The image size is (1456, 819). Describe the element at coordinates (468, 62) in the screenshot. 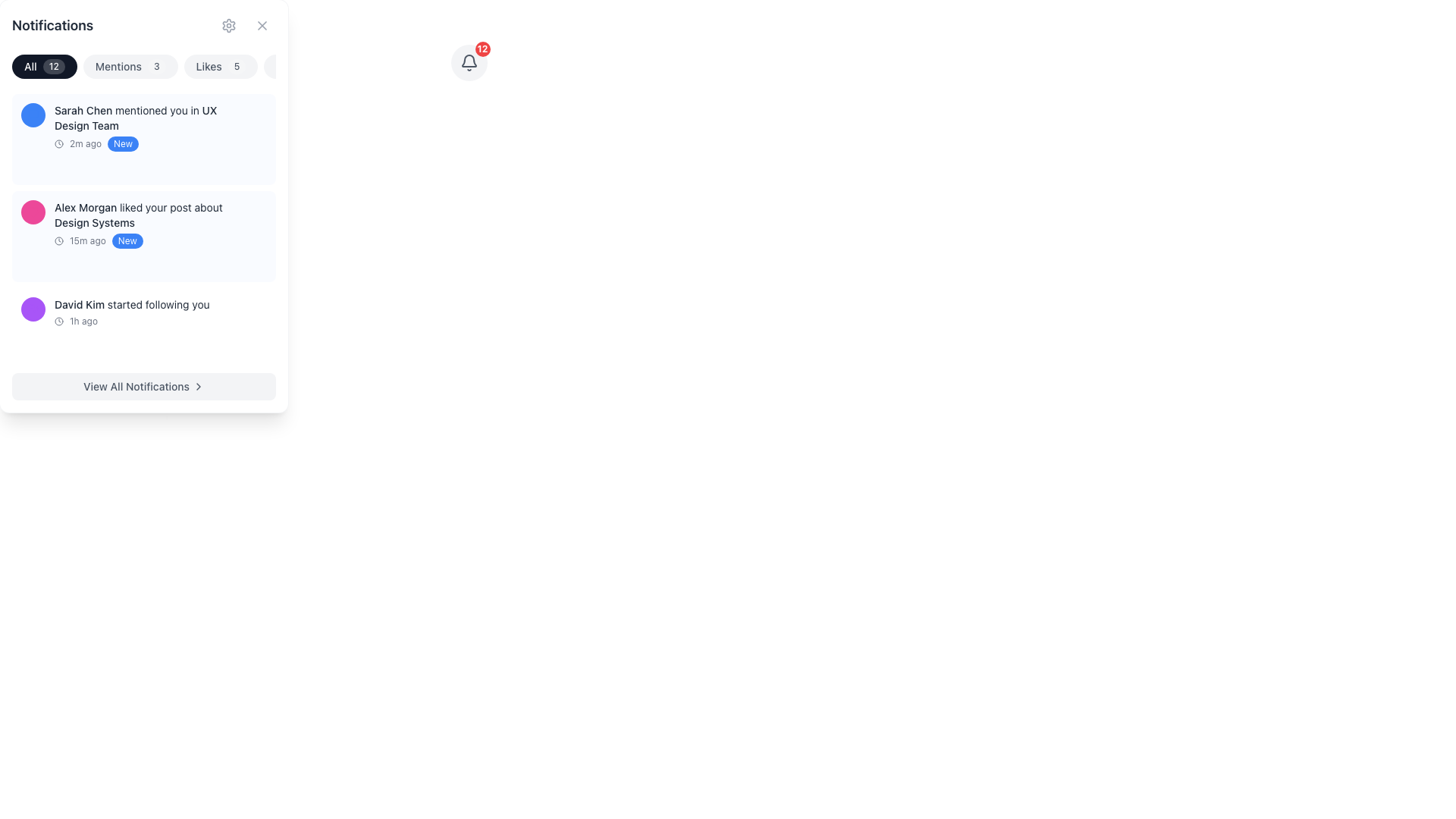

I see `the circular notification badge with a red background and white number '12', located at the top-right of the bell icon` at that location.